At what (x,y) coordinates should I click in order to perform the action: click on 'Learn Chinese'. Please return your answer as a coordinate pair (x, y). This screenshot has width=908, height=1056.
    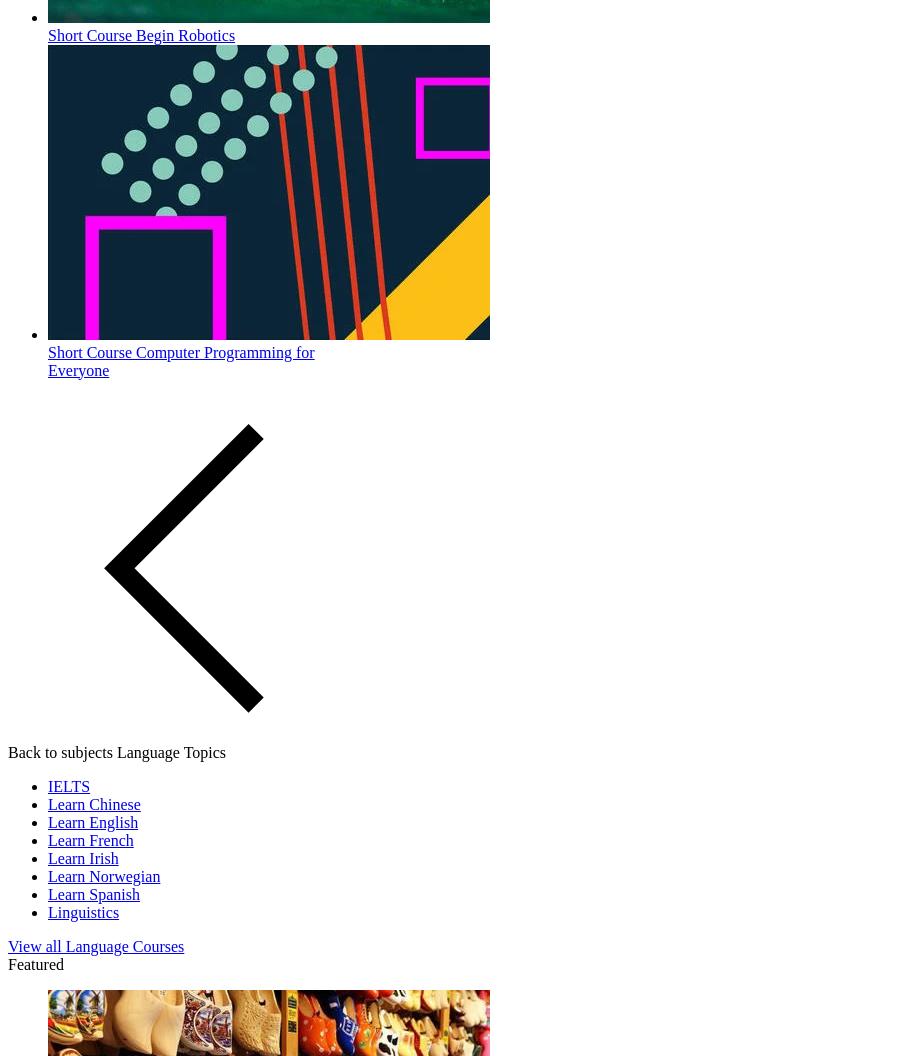
    Looking at the image, I should click on (92, 803).